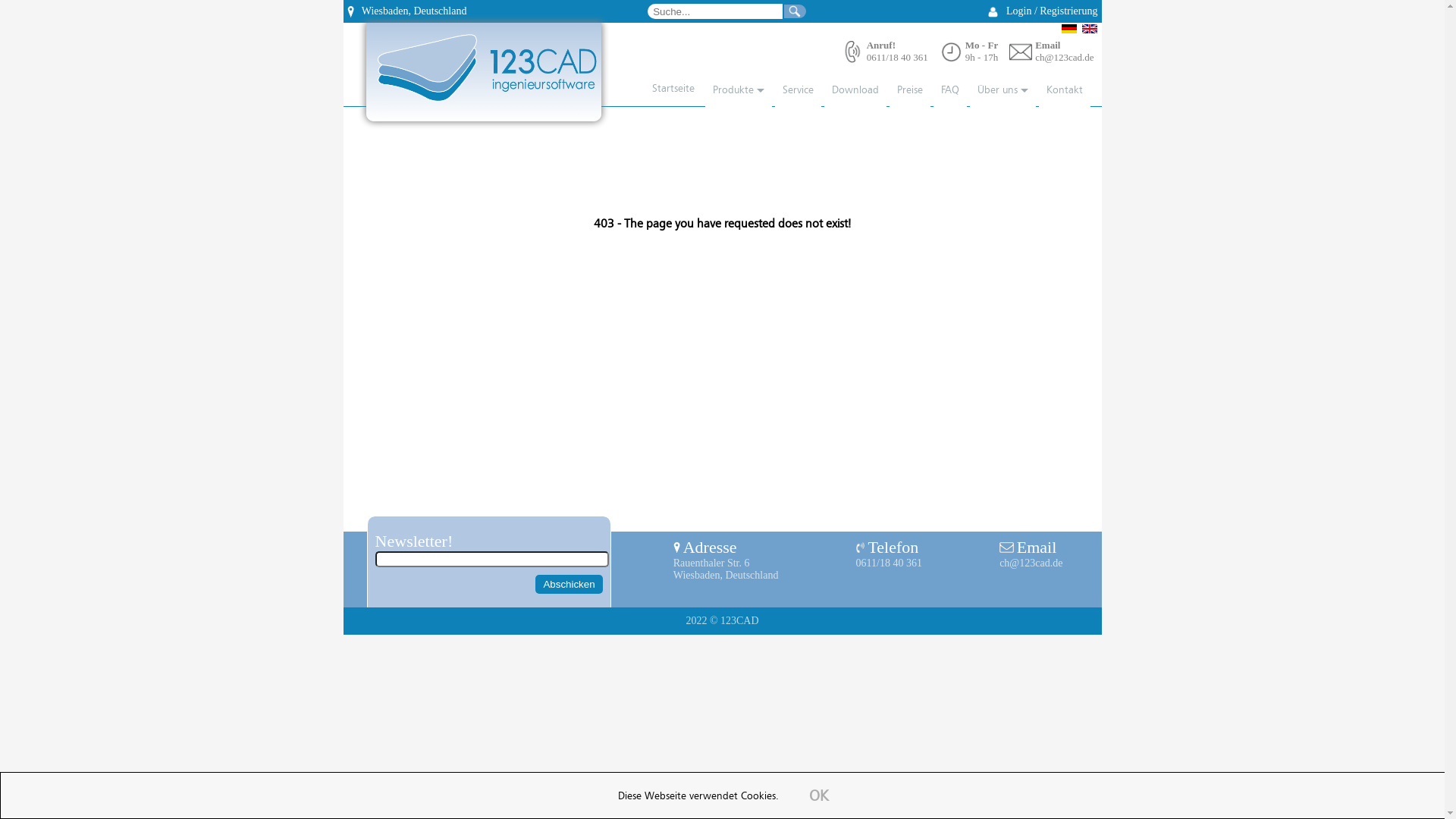 The width and height of the screenshot is (1456, 819). I want to click on 'Abschicken', so click(567, 583).